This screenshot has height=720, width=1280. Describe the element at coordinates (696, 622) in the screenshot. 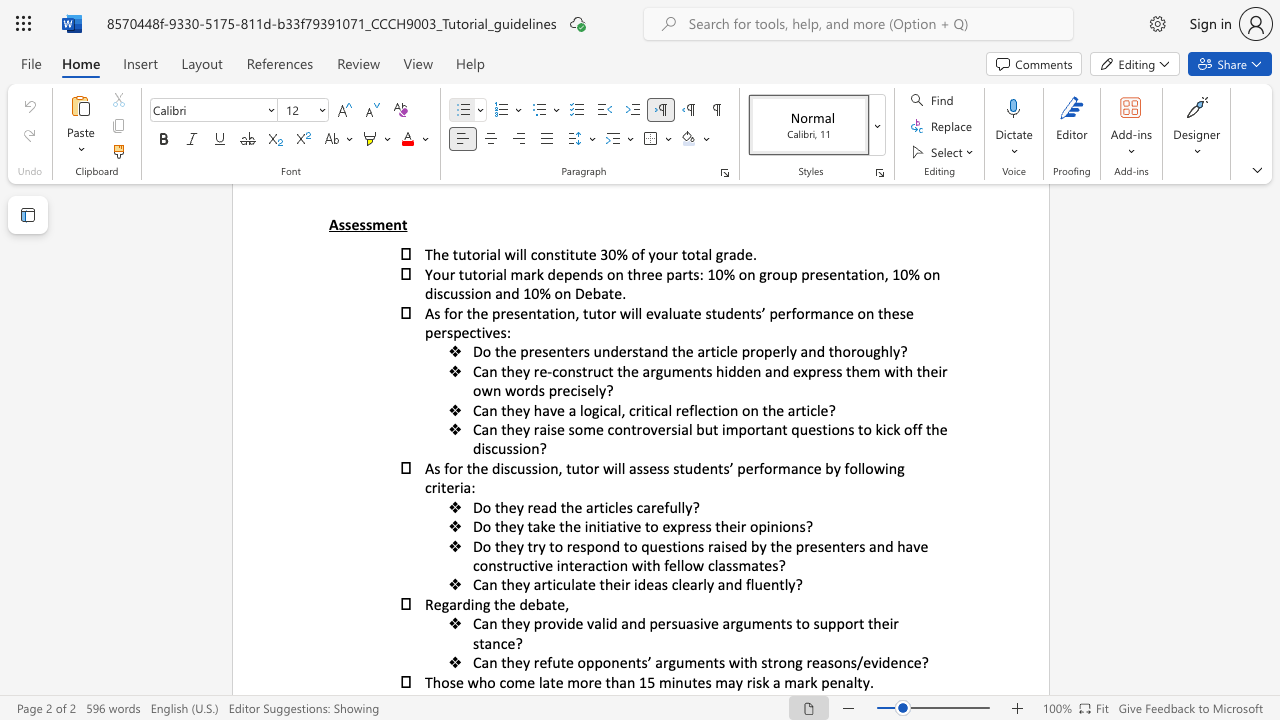

I see `the 2th character "s" in the text` at that location.